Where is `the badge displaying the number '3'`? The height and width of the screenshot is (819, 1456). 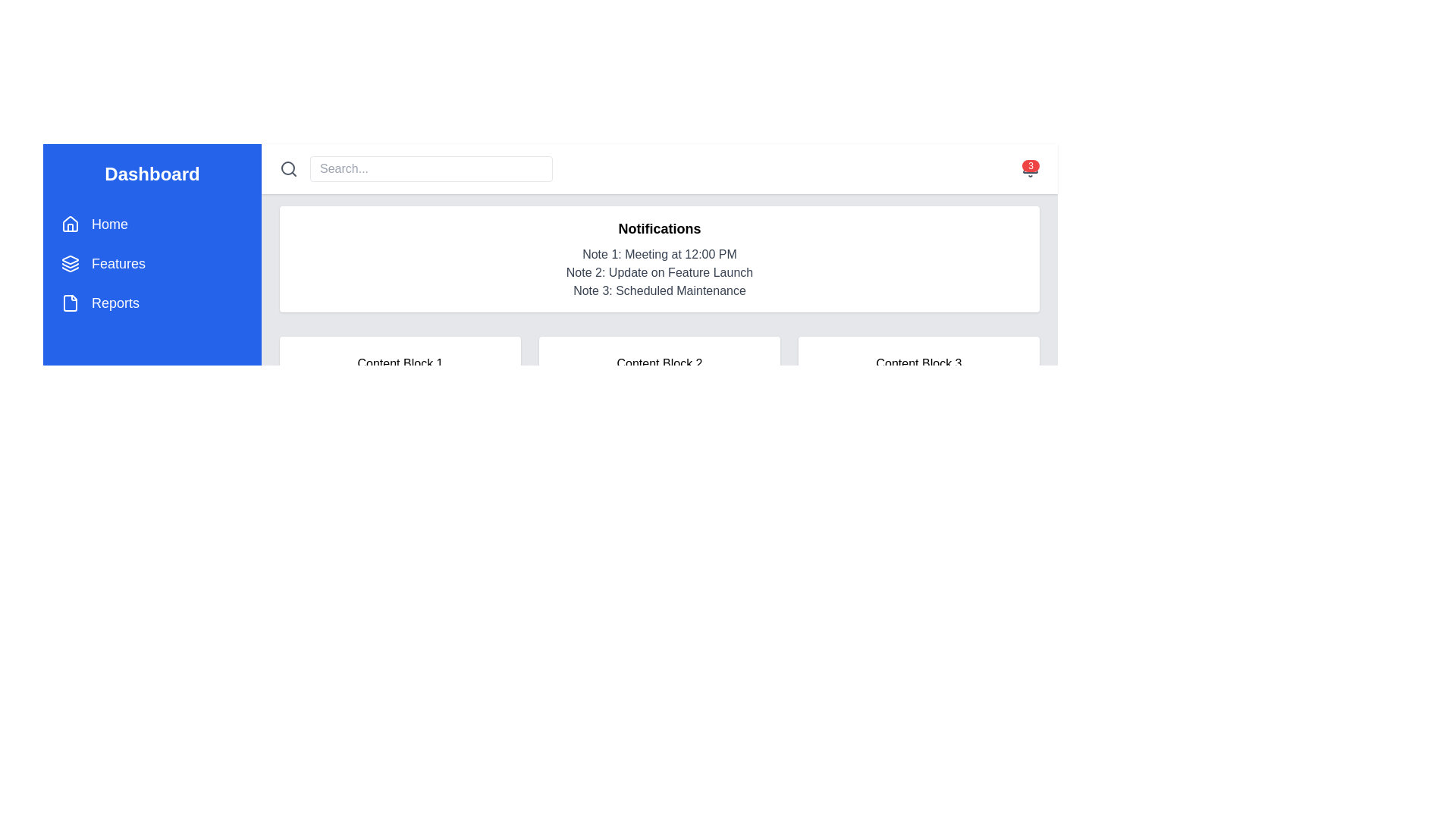 the badge displaying the number '3' is located at coordinates (1031, 166).